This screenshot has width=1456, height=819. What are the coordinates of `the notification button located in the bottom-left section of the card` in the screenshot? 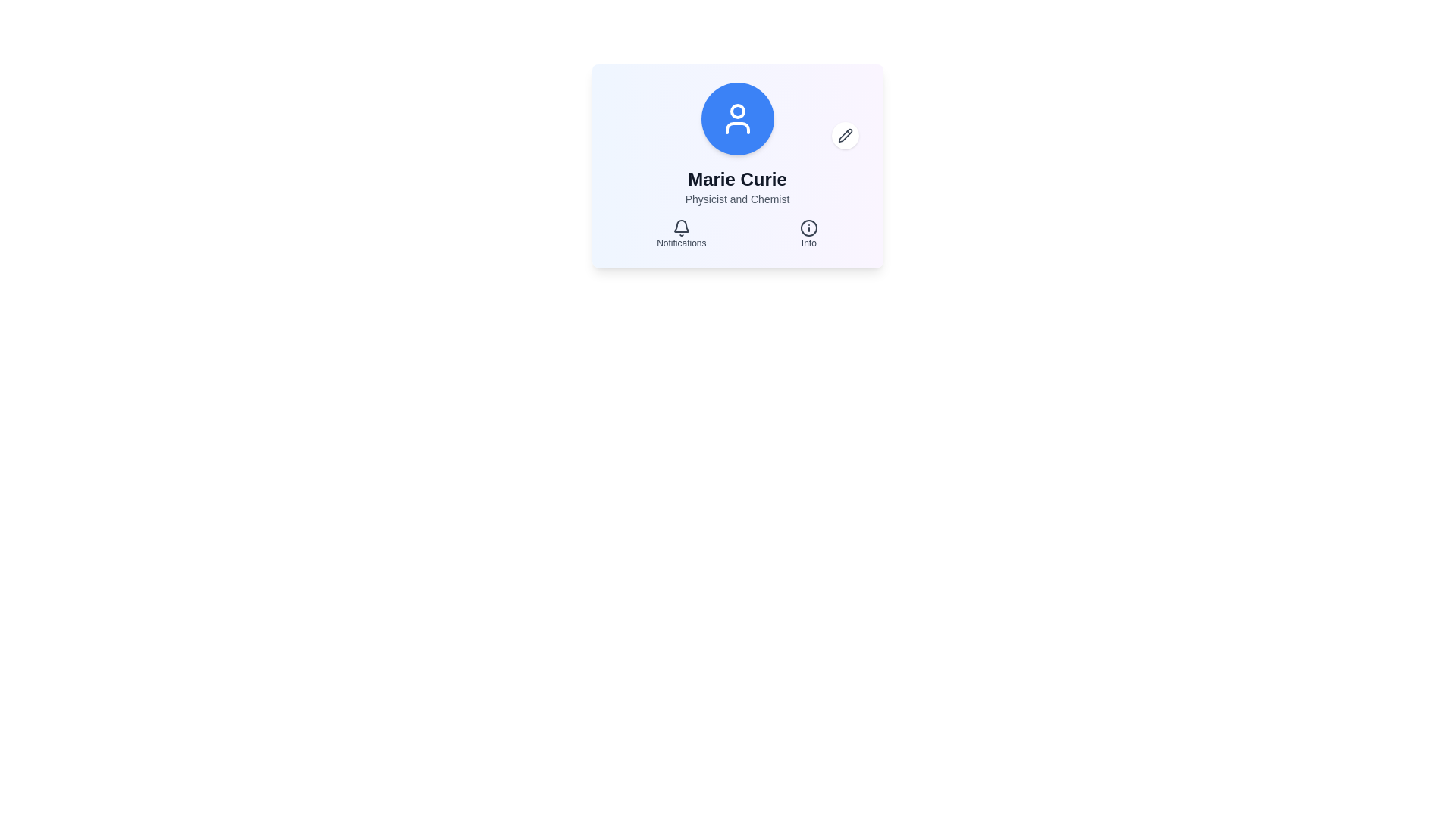 It's located at (680, 234).